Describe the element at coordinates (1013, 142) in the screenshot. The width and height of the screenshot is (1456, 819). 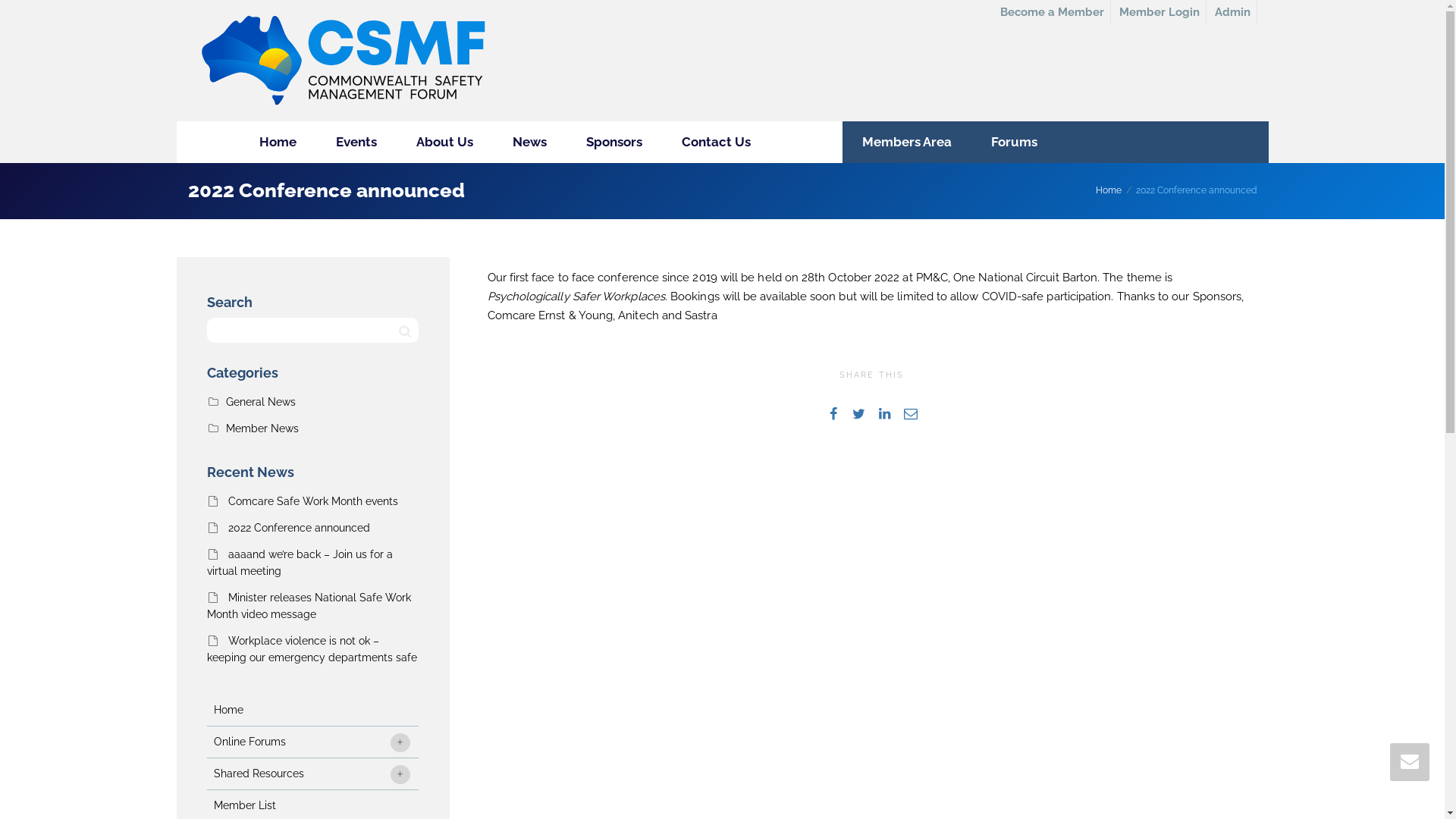
I see `'Forums'` at that location.